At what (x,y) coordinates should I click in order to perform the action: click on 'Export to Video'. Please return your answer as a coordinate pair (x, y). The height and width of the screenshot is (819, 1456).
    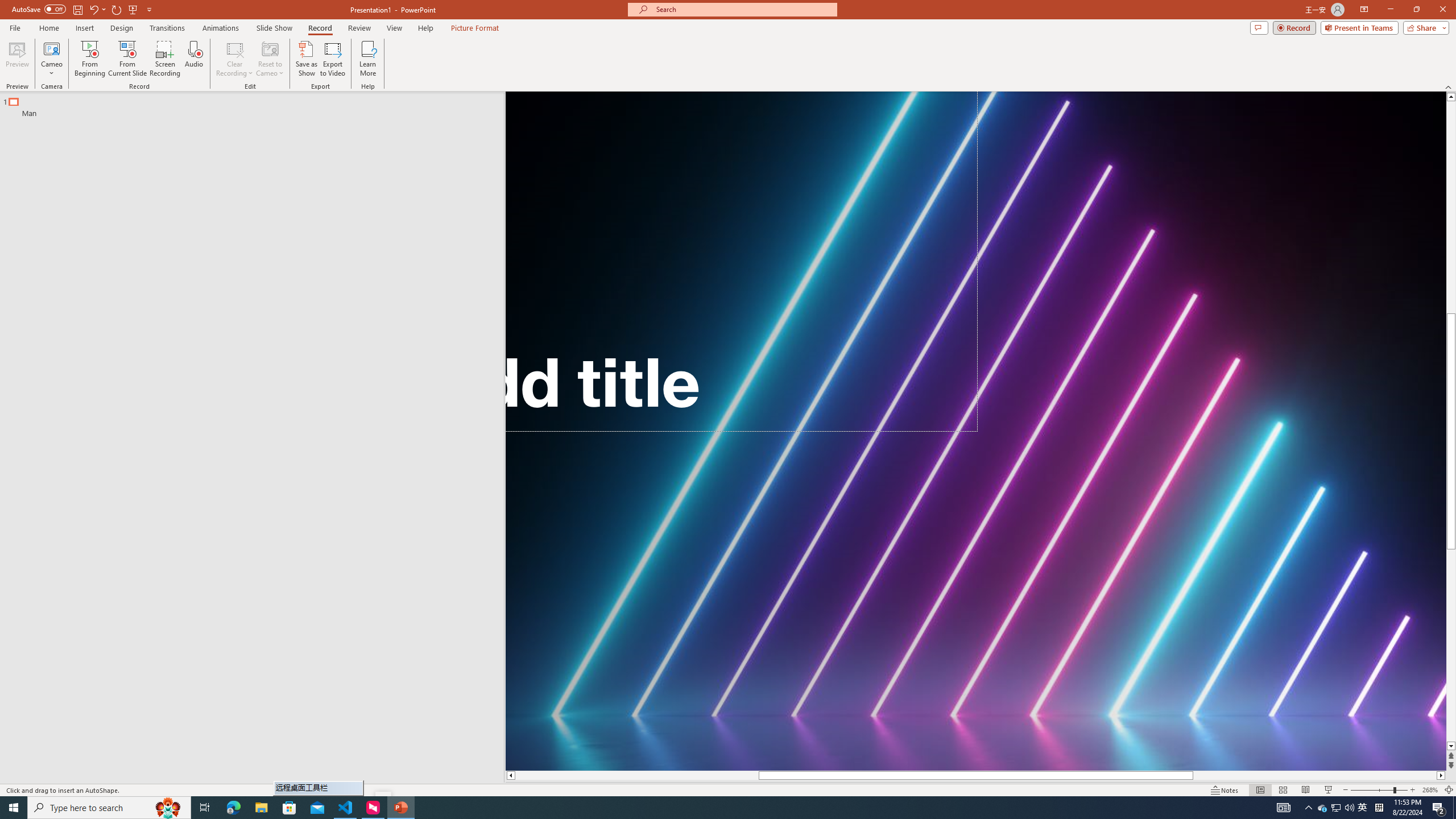
    Looking at the image, I should click on (332, 59).